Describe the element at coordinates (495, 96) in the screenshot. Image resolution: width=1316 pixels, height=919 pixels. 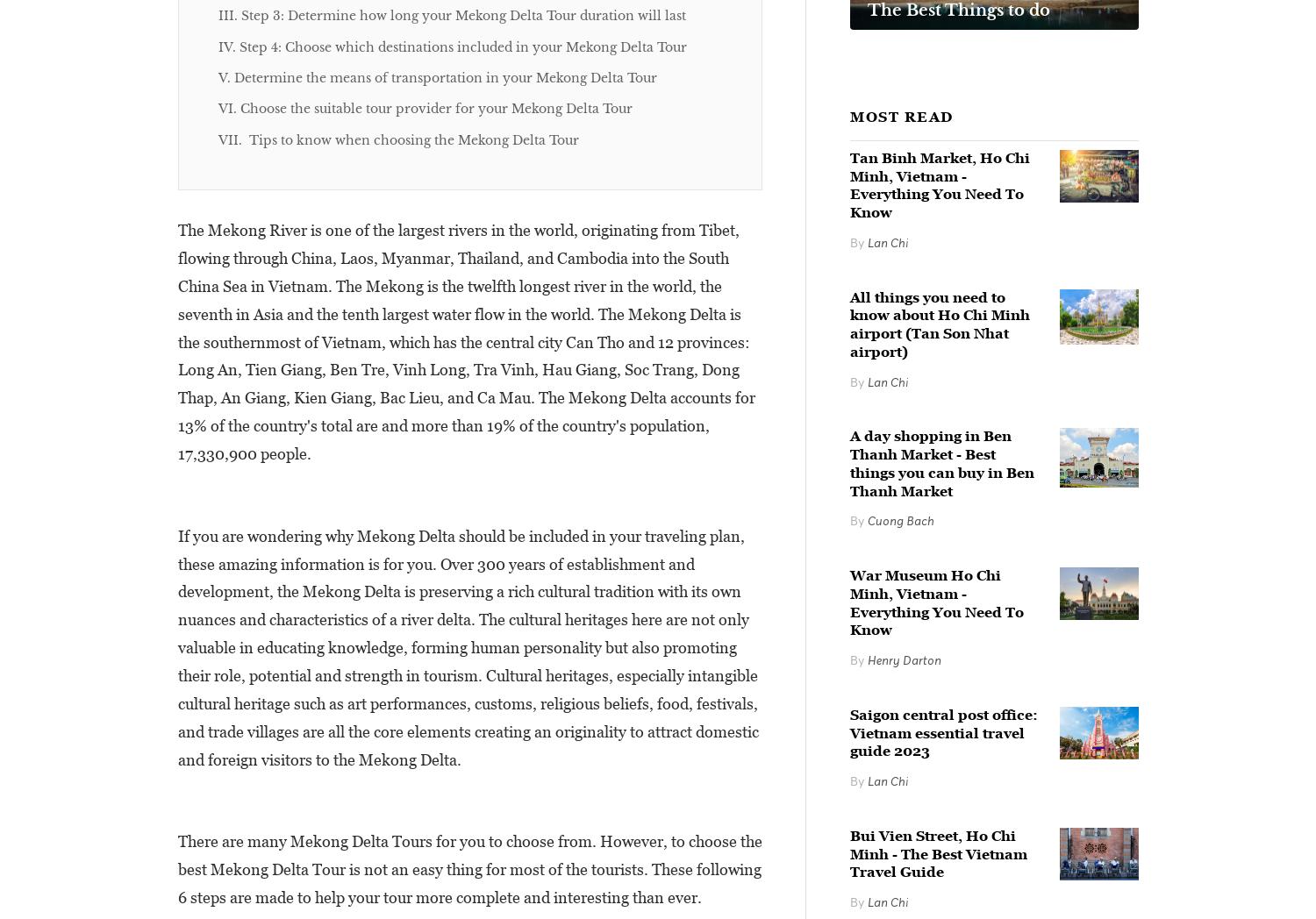
I see `'Chau Doc'` at that location.